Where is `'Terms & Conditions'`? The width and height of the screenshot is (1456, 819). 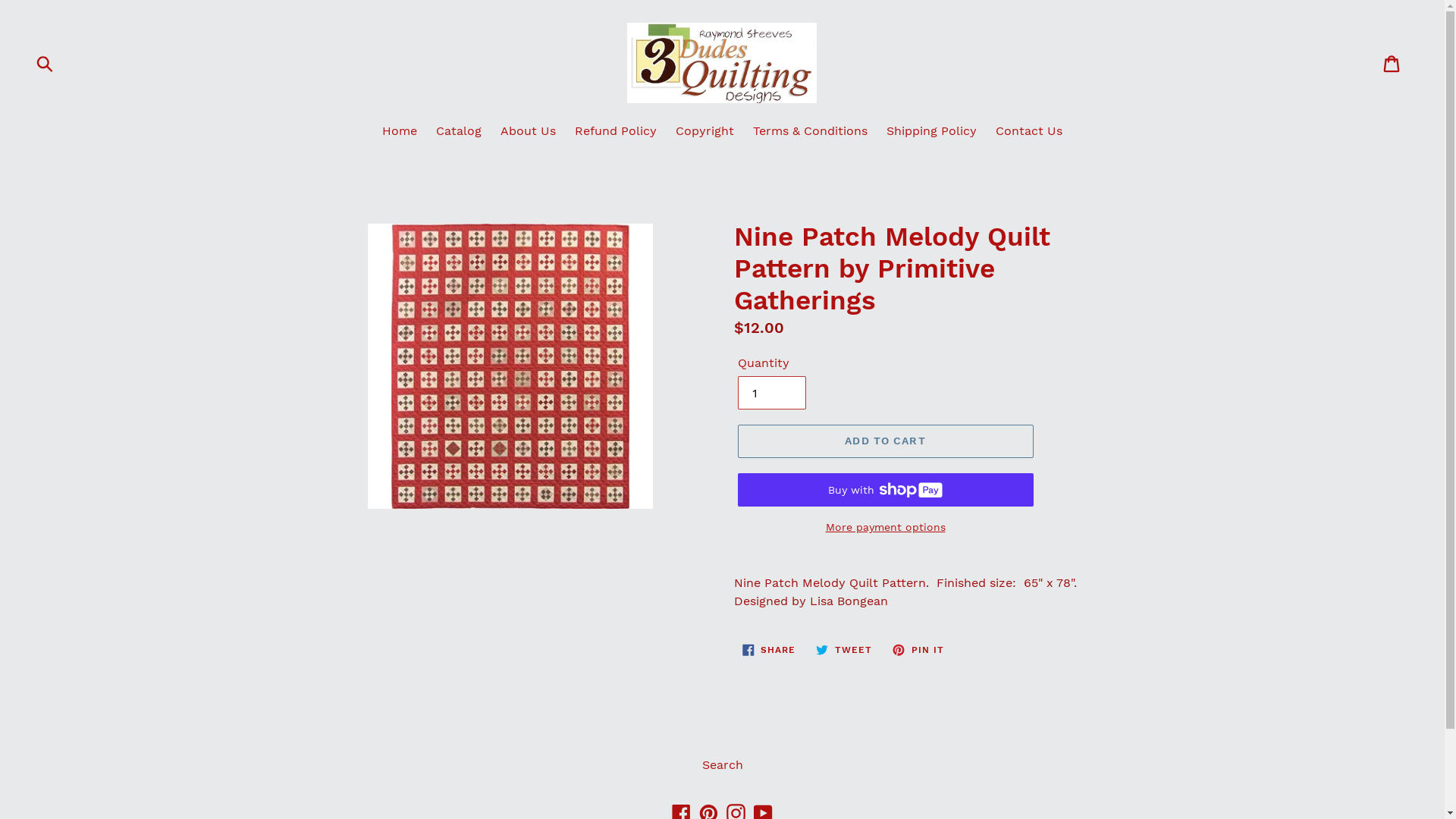 'Terms & Conditions' is located at coordinates (809, 131).